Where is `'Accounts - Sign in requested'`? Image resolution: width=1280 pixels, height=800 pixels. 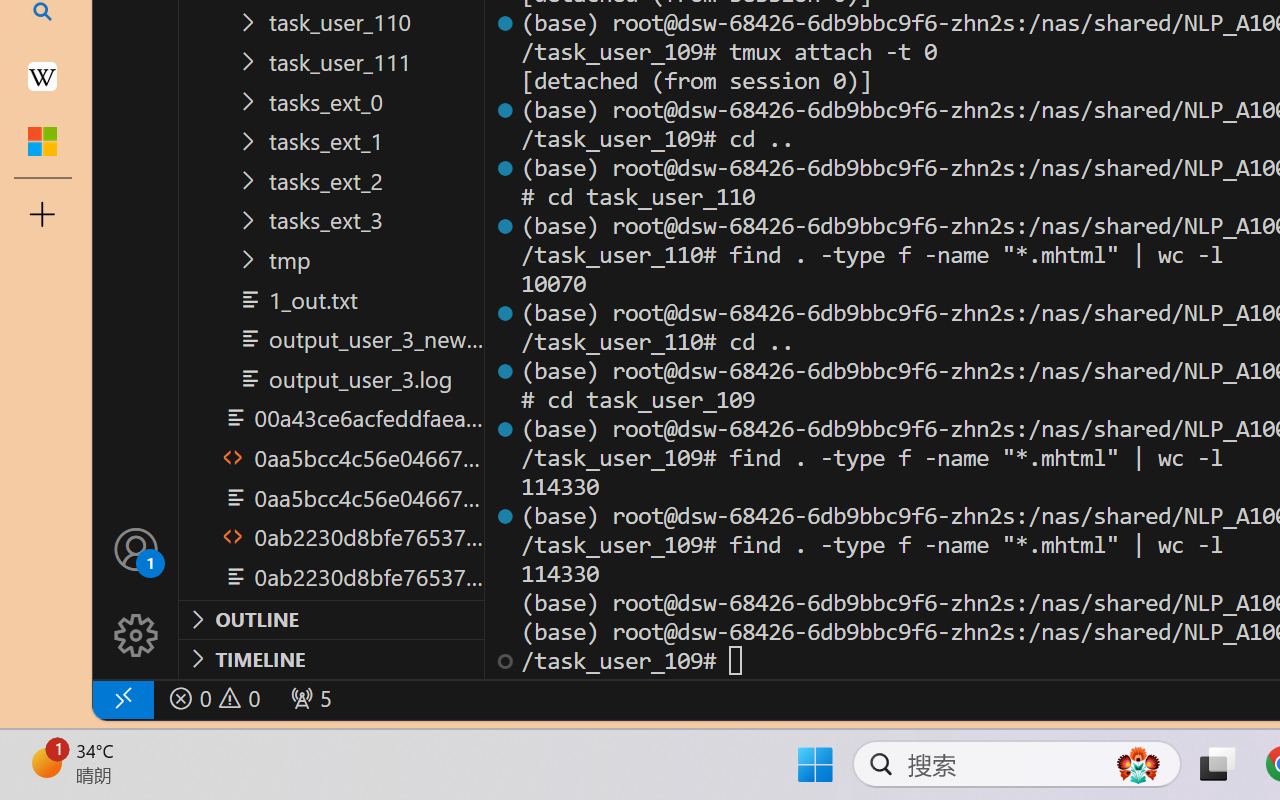 'Accounts - Sign in requested' is located at coordinates (134, 548).